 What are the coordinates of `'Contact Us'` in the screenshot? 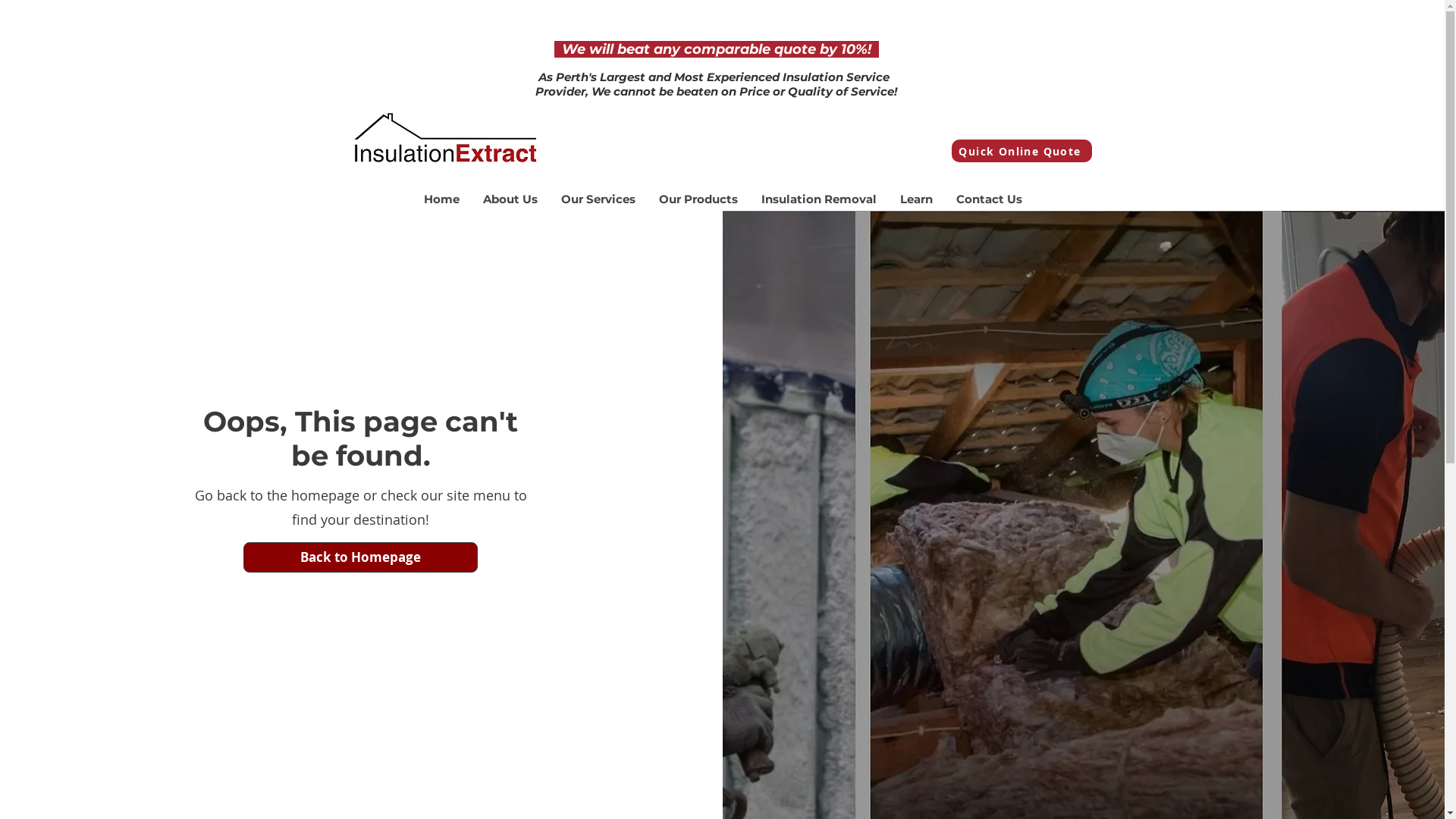 It's located at (987, 198).